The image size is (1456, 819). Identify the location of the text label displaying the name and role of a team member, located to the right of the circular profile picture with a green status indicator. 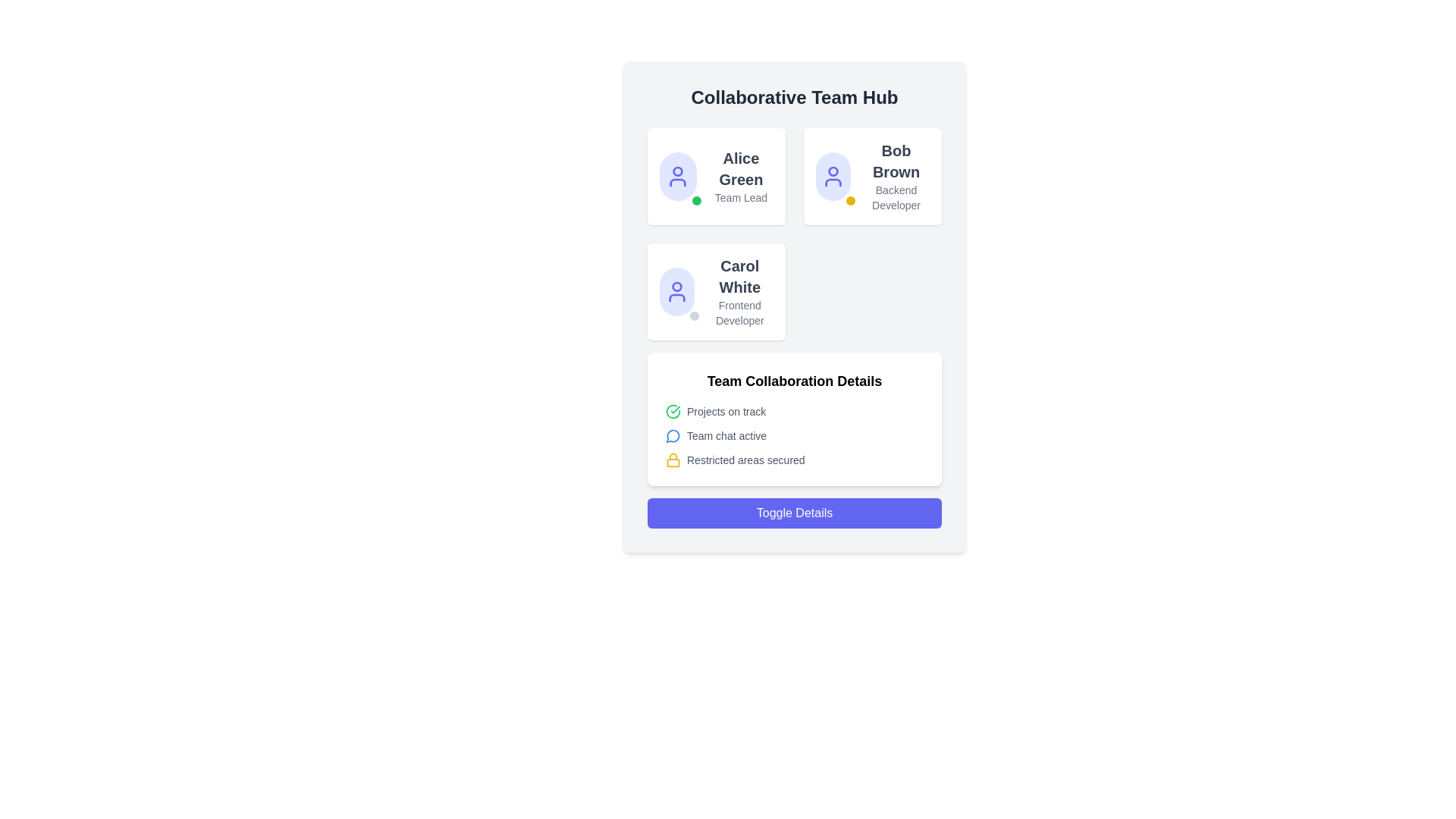
(741, 175).